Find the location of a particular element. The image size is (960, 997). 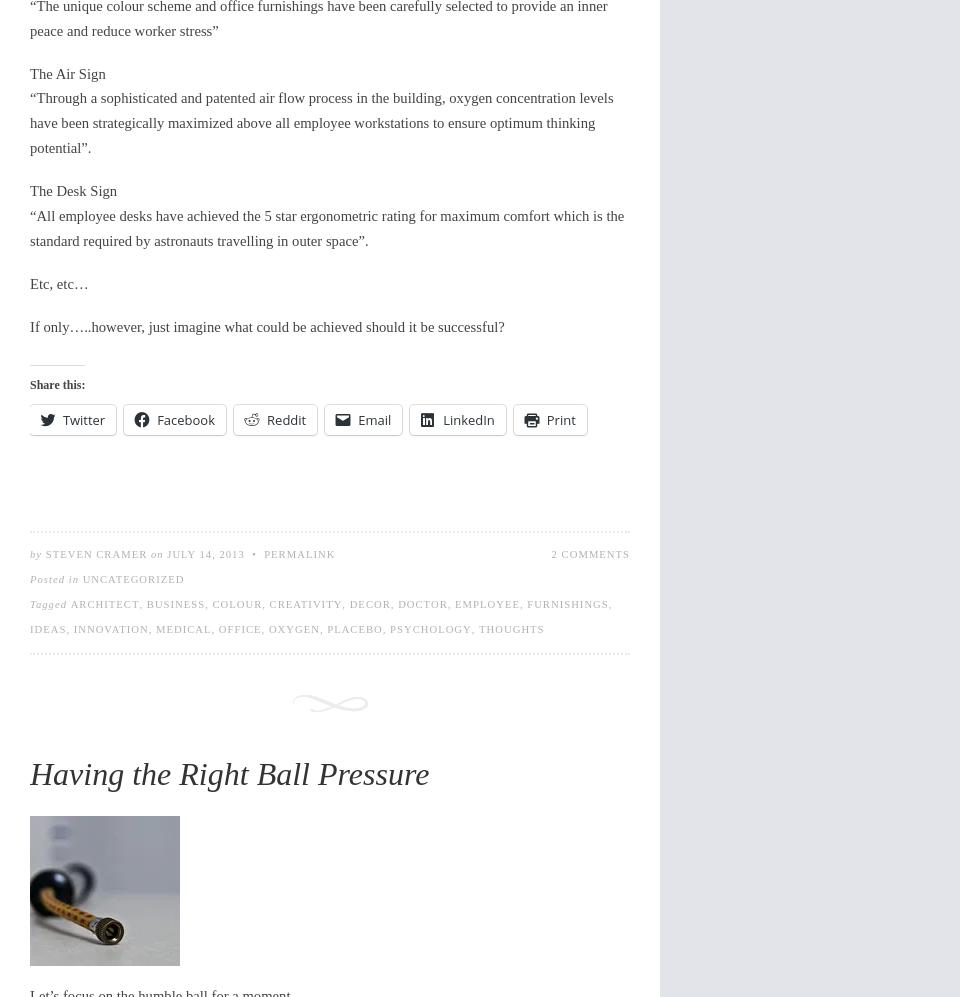

'“Through a sophisticated and patented air flow process in the building, oxygen concentration levels have been strategically maximized above all employee workstations to ensure optimum thinking potential”.' is located at coordinates (28, 123).